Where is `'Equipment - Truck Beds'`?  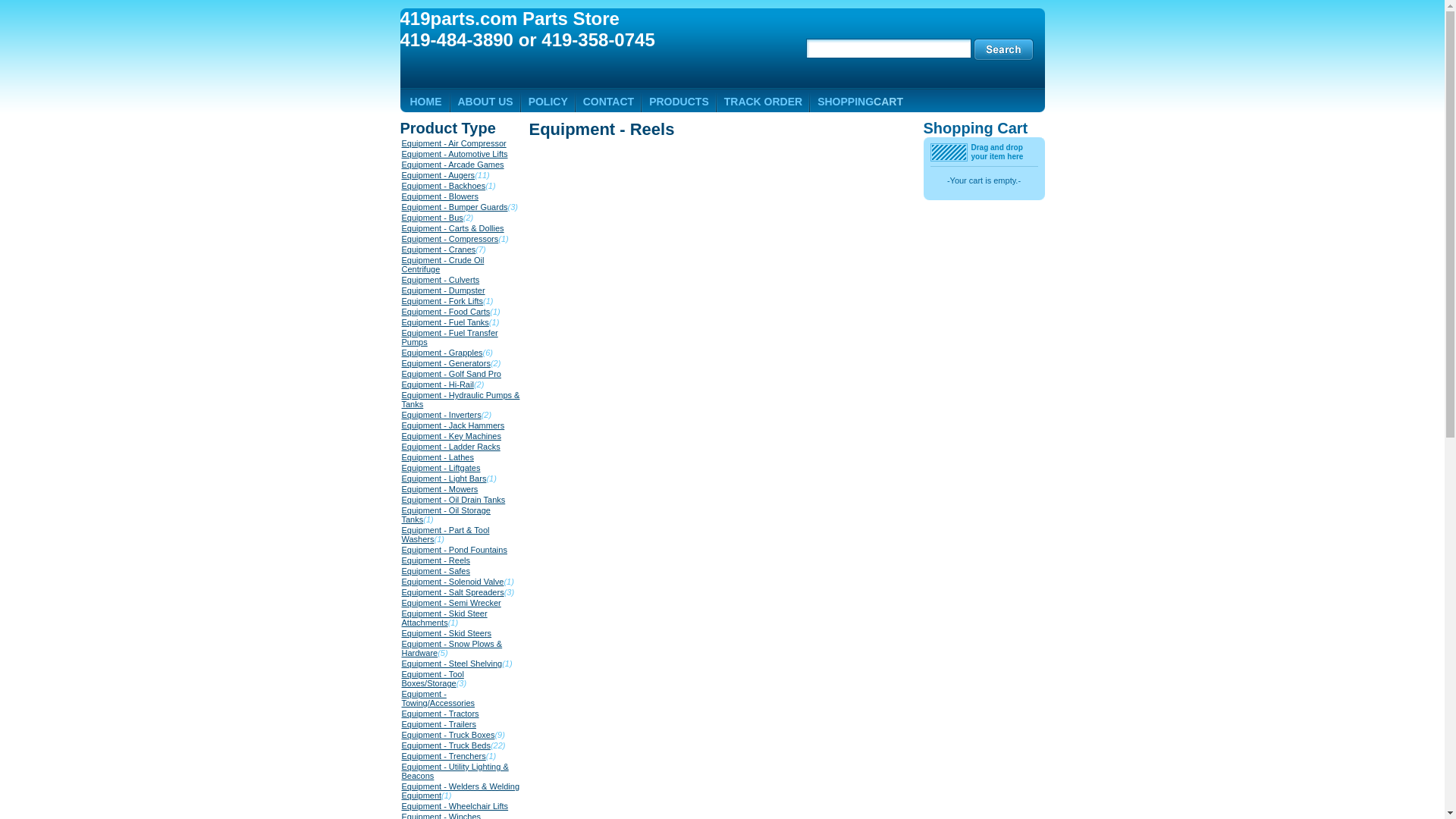 'Equipment - Truck Beds' is located at coordinates (401, 745).